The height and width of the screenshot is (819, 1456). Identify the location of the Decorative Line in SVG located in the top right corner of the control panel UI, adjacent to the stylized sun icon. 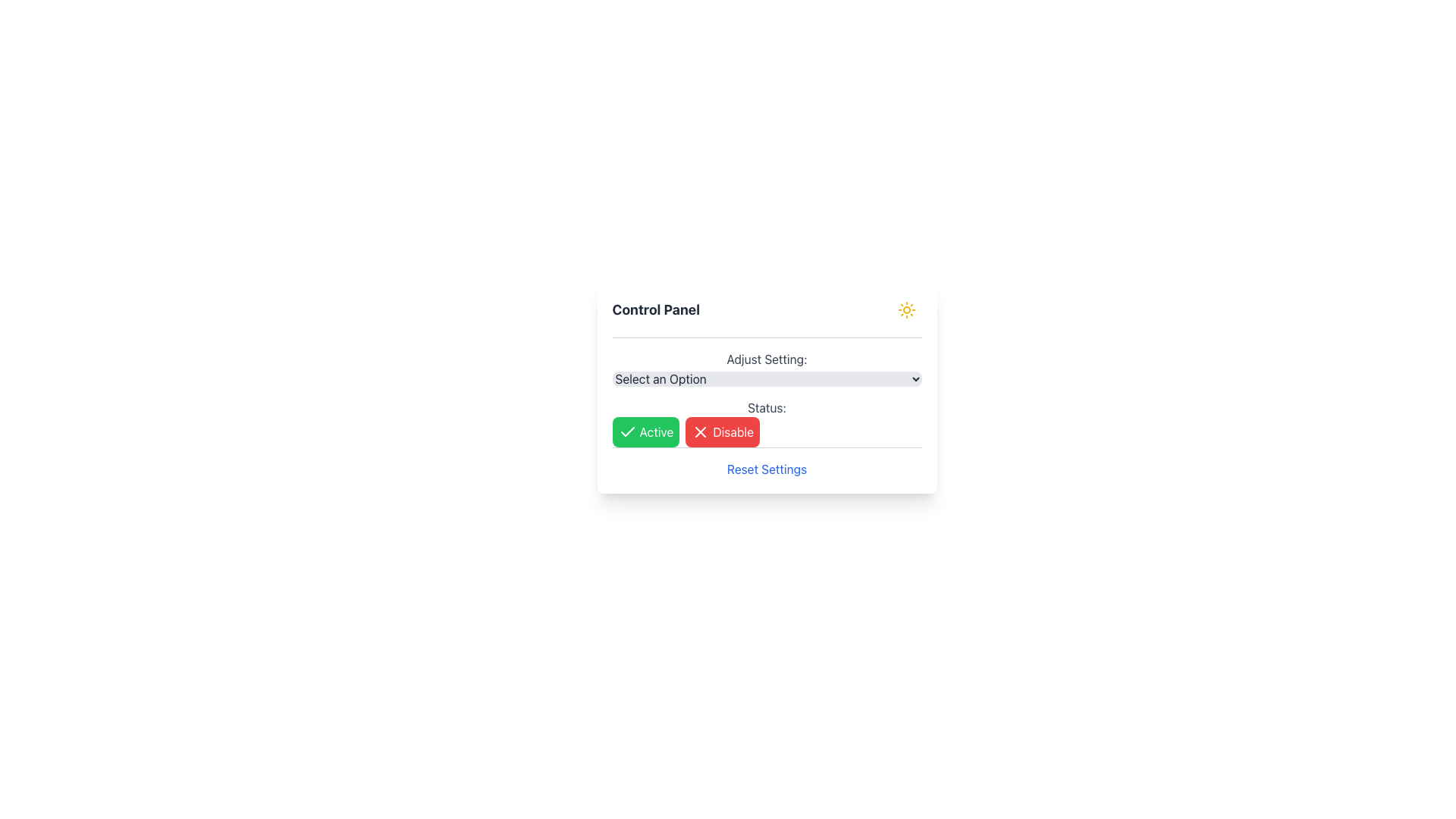
(700, 432).